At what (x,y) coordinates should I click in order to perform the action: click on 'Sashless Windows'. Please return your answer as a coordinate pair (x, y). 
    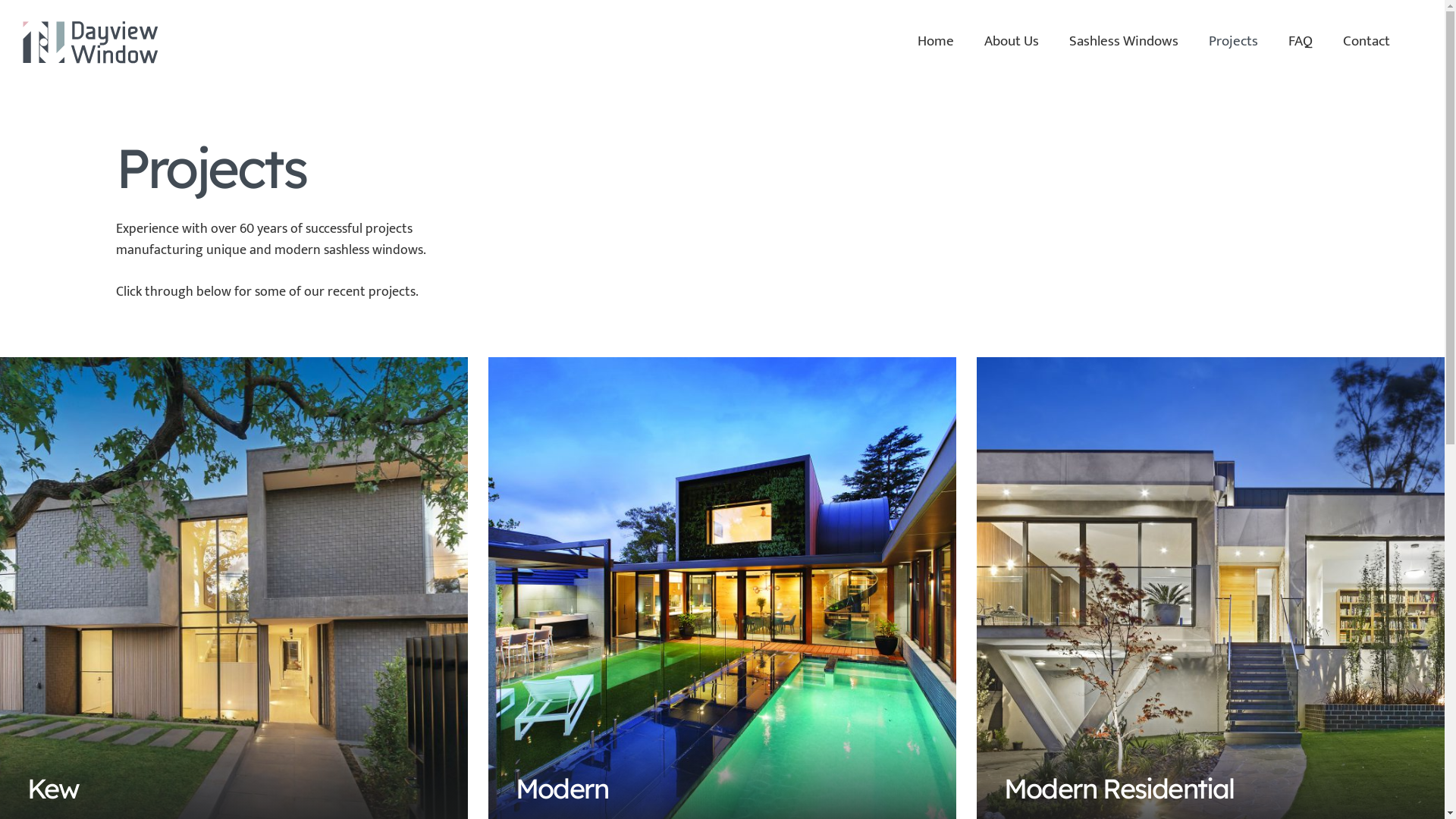
    Looking at the image, I should click on (1053, 40).